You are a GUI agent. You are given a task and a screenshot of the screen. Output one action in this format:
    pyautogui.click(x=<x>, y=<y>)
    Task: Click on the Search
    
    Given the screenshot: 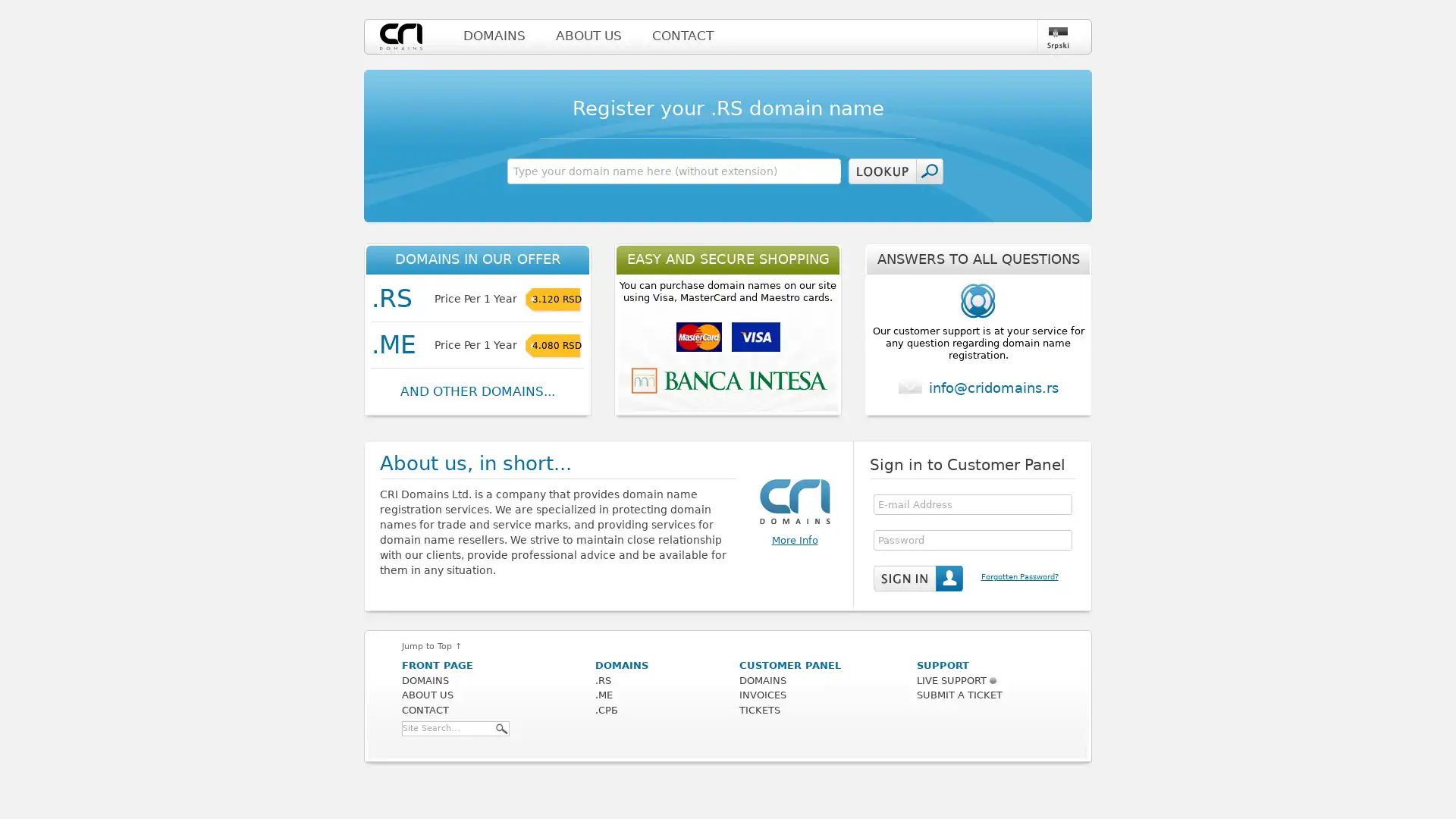 What is the action you would take?
    pyautogui.click(x=502, y=727)
    